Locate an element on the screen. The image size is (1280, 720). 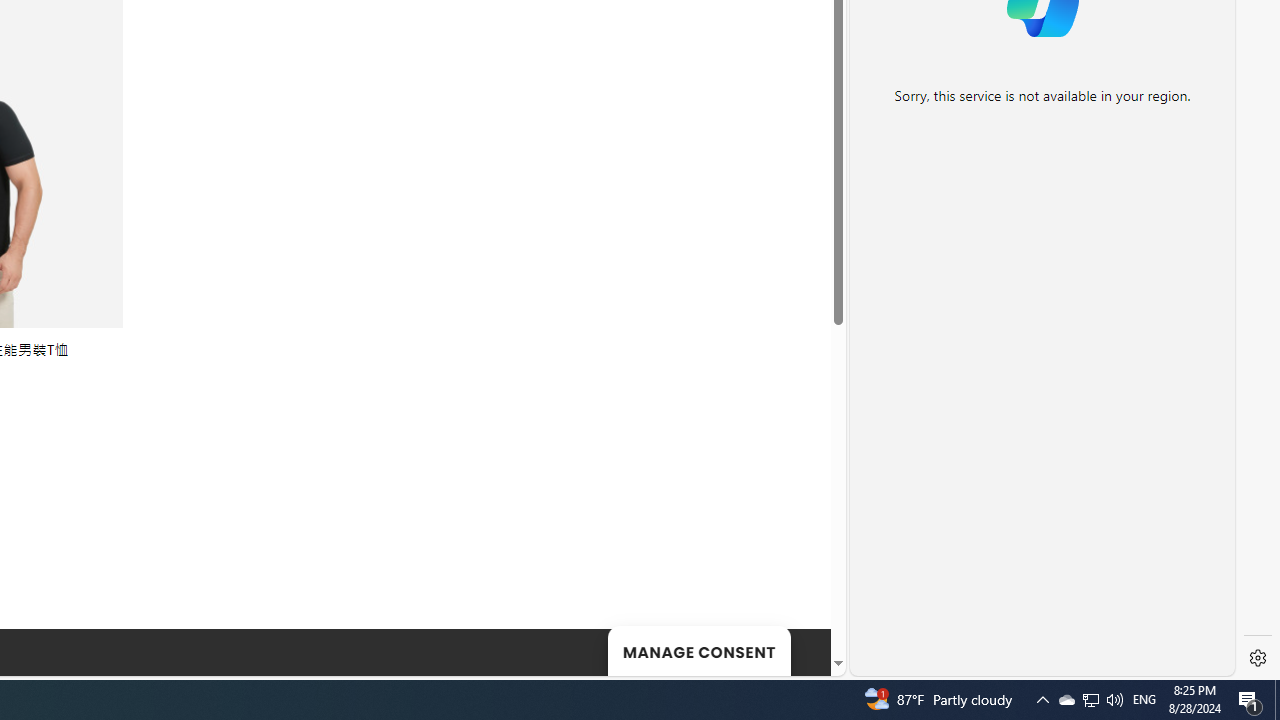
'Settings' is located at coordinates (1257, 658).